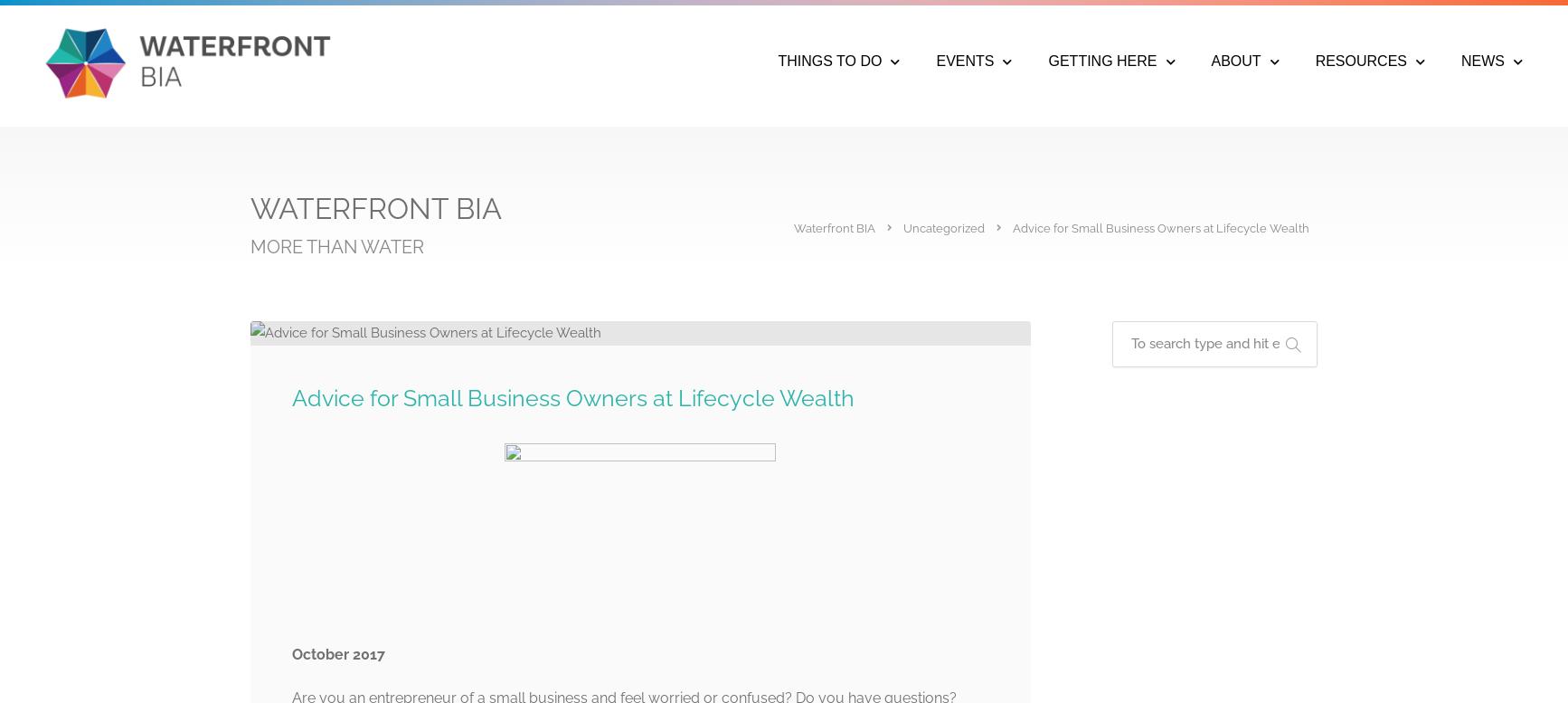  What do you see at coordinates (1102, 60) in the screenshot?
I see `'GETTING HERE'` at bounding box center [1102, 60].